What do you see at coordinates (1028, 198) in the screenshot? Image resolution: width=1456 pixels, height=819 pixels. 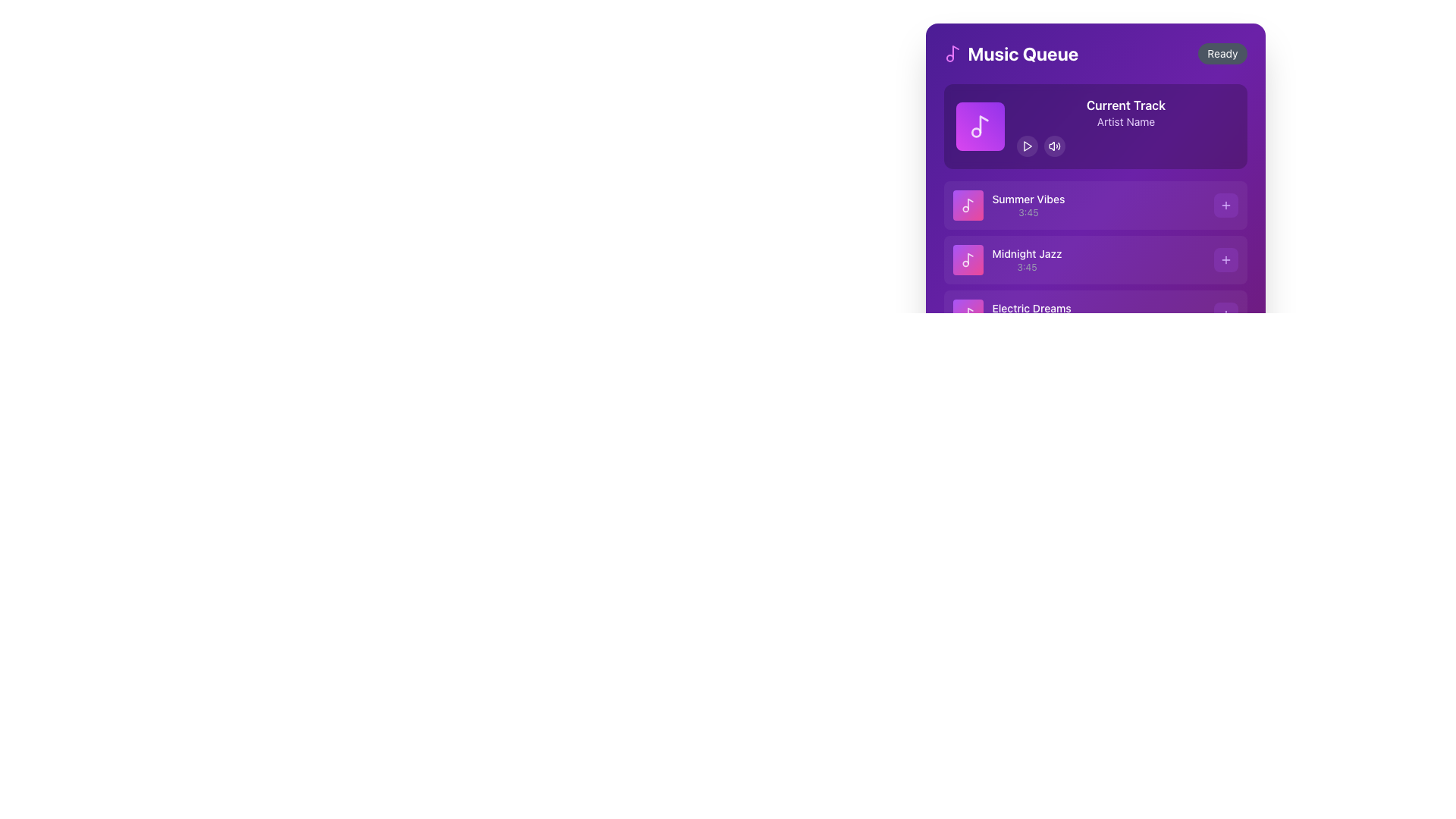 I see `text from the 'Summer Vibes' text label, which is displayed in white, medium-sized sans-serif font and is centrally positioned at the top of the music queue interface` at bounding box center [1028, 198].